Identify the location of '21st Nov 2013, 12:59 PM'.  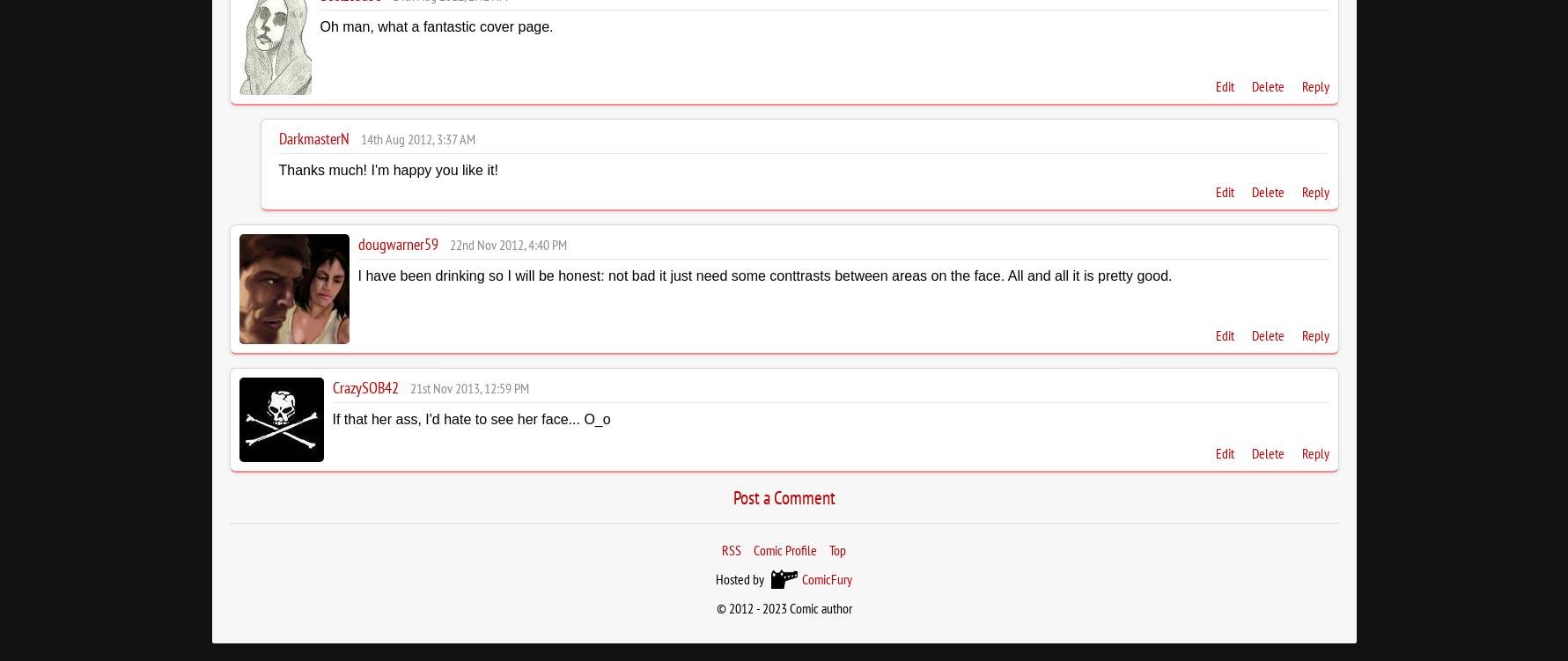
(468, 386).